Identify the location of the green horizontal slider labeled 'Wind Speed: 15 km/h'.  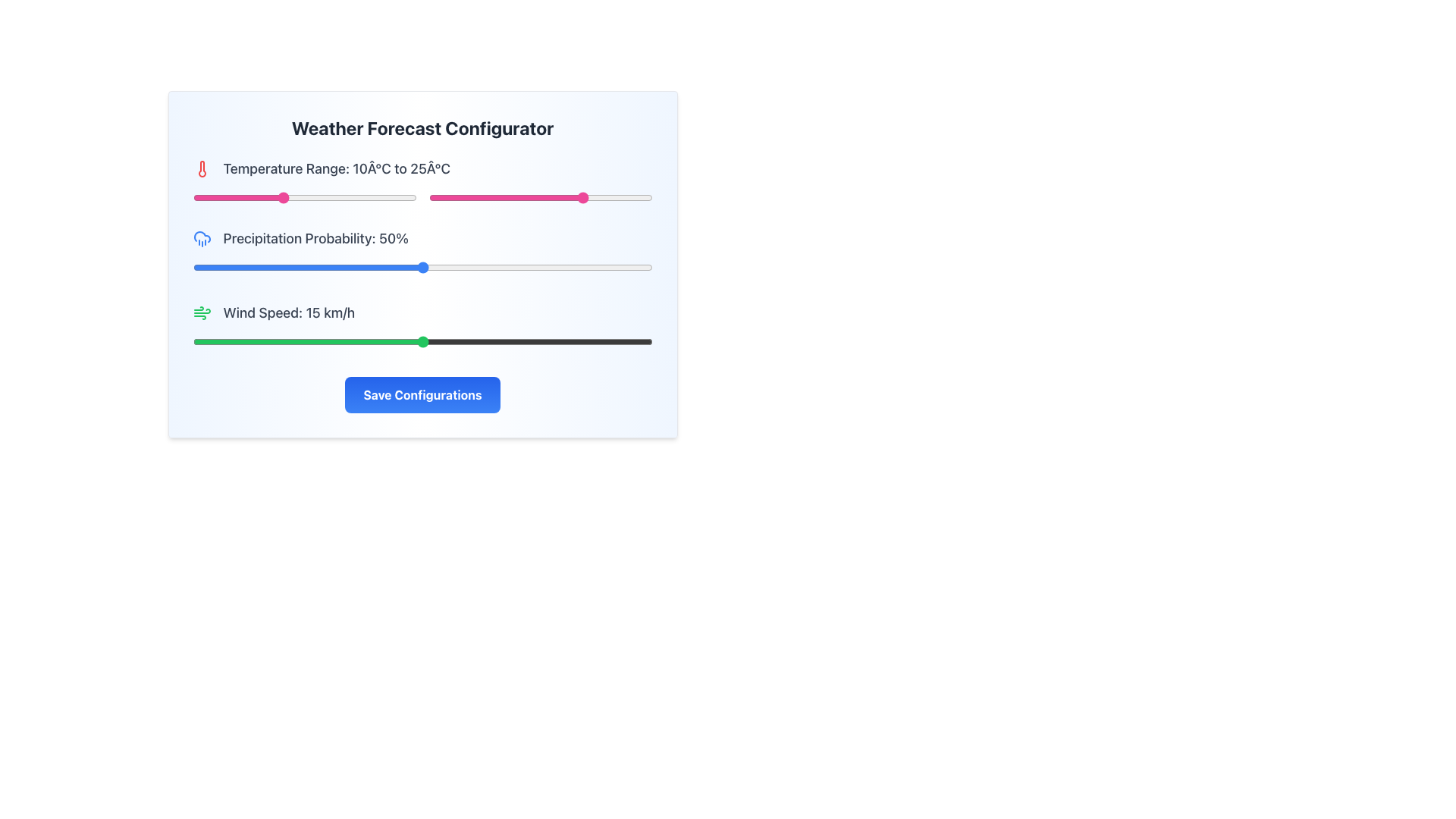
(422, 327).